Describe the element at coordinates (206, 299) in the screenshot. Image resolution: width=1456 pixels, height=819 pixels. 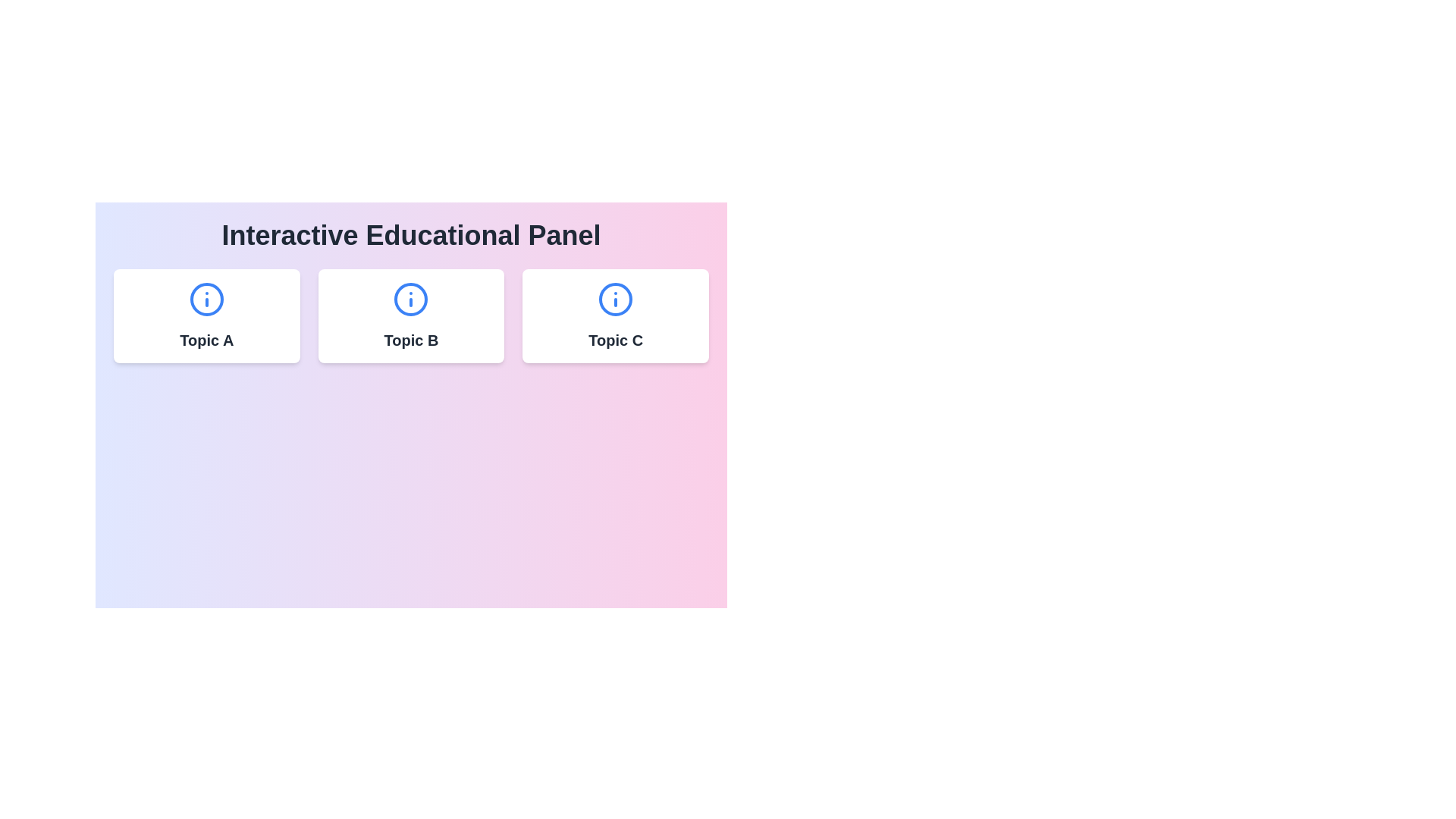
I see `the information icon located in the upper region of the leftmost card labeled 'Topic A' within the interactive educational panel` at that location.